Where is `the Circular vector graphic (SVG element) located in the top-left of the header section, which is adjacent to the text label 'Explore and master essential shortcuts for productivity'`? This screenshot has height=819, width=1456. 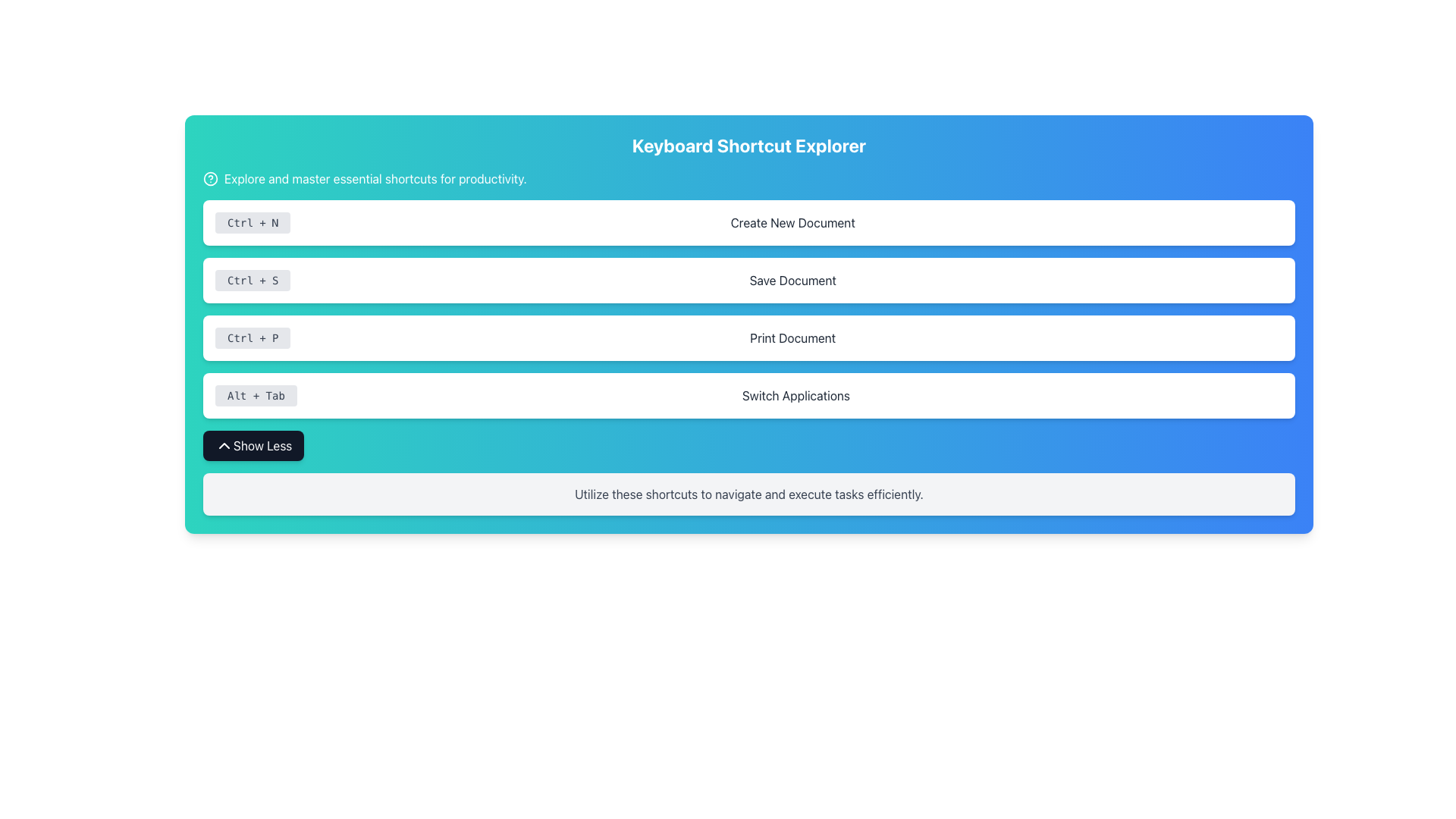
the Circular vector graphic (SVG element) located in the top-left of the header section, which is adjacent to the text label 'Explore and master essential shortcuts for productivity' is located at coordinates (210, 177).